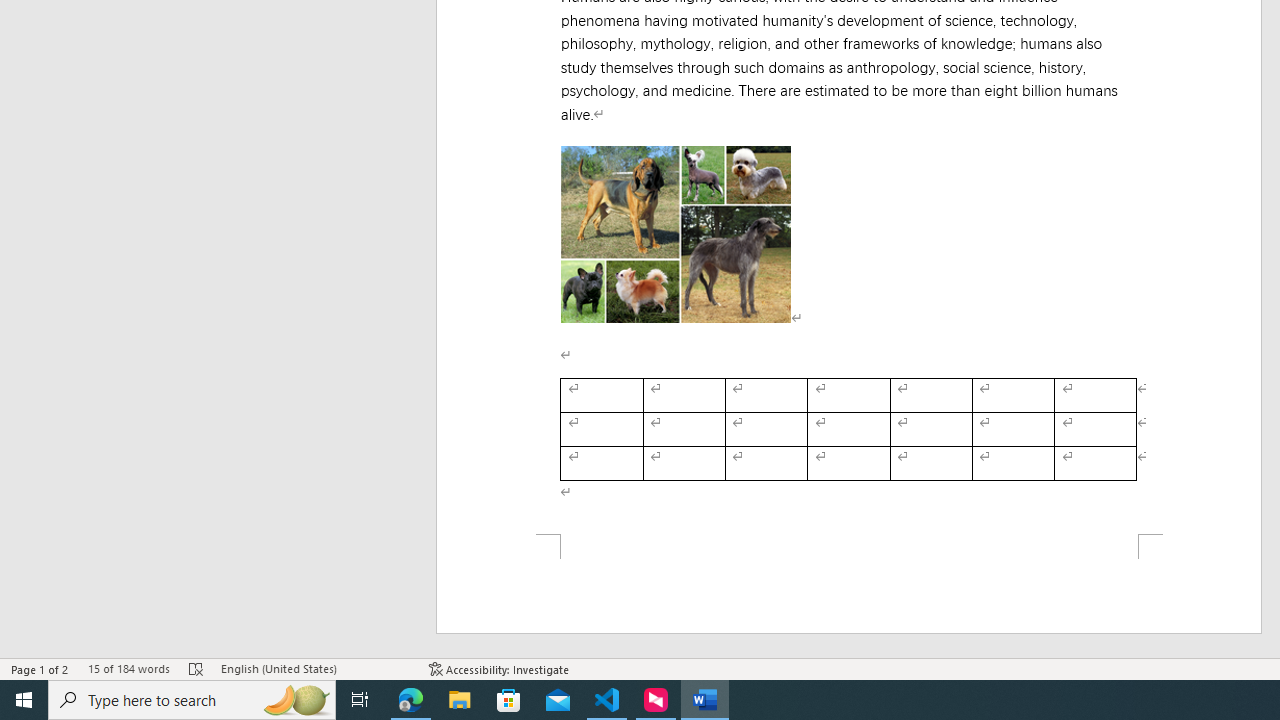 The width and height of the screenshot is (1280, 720). Describe the element at coordinates (675, 233) in the screenshot. I see `'Morphological variation in six dogs'` at that location.